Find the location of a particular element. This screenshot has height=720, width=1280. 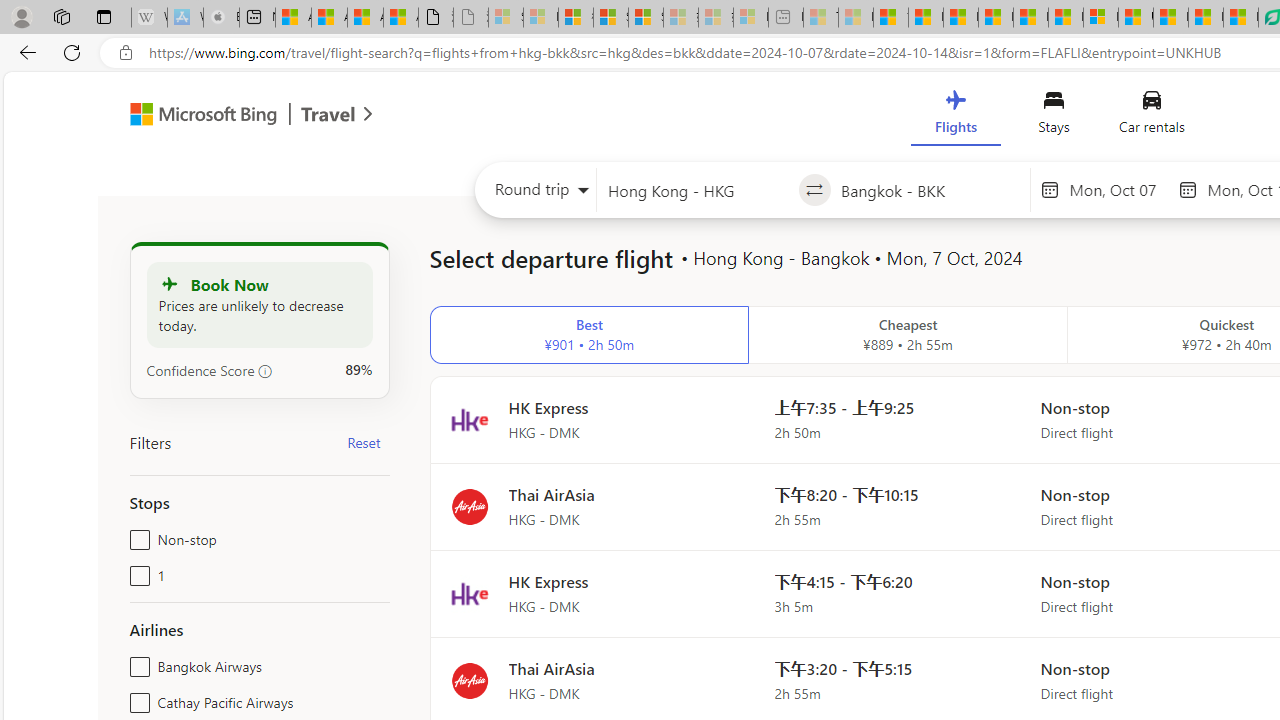

'Microsoft account | Account Checkup - Sleeping' is located at coordinates (749, 17).